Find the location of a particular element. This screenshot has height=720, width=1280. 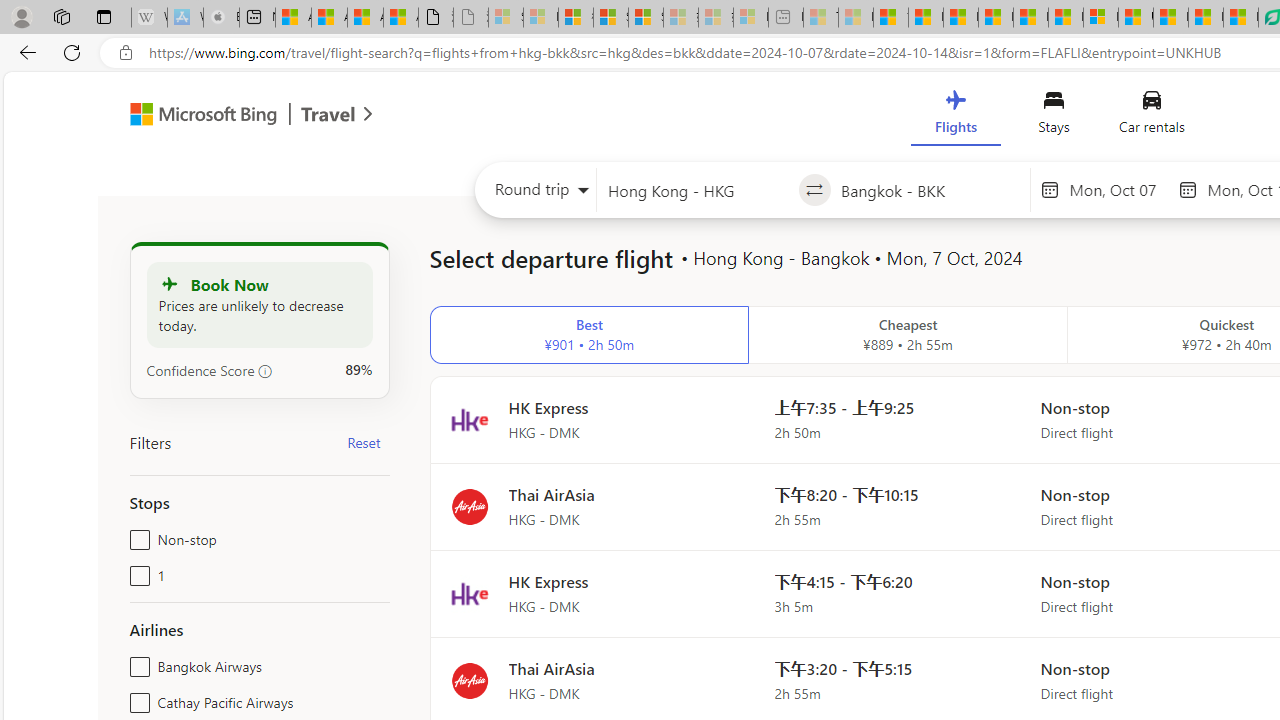

'Microsoft account | Account Checkup - Sleeping' is located at coordinates (749, 17).